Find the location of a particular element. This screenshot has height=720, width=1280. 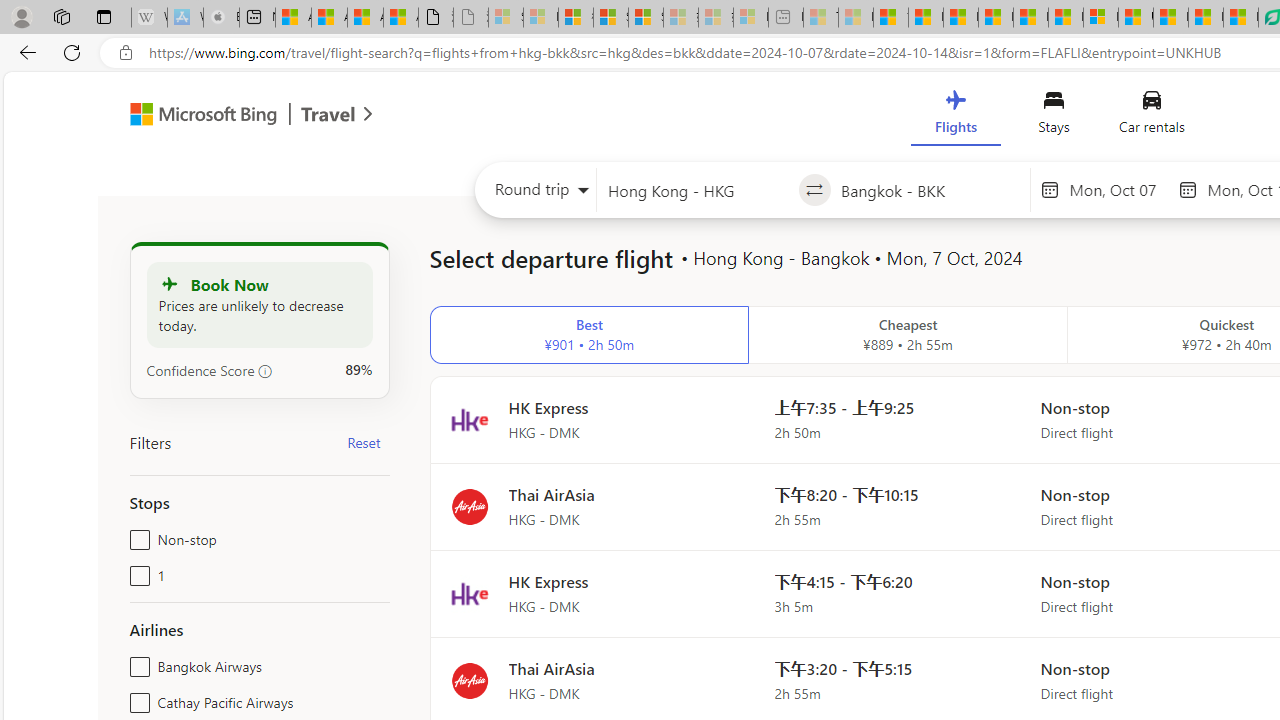

'Microsoft account | Account Checkup - Sleeping' is located at coordinates (749, 17).